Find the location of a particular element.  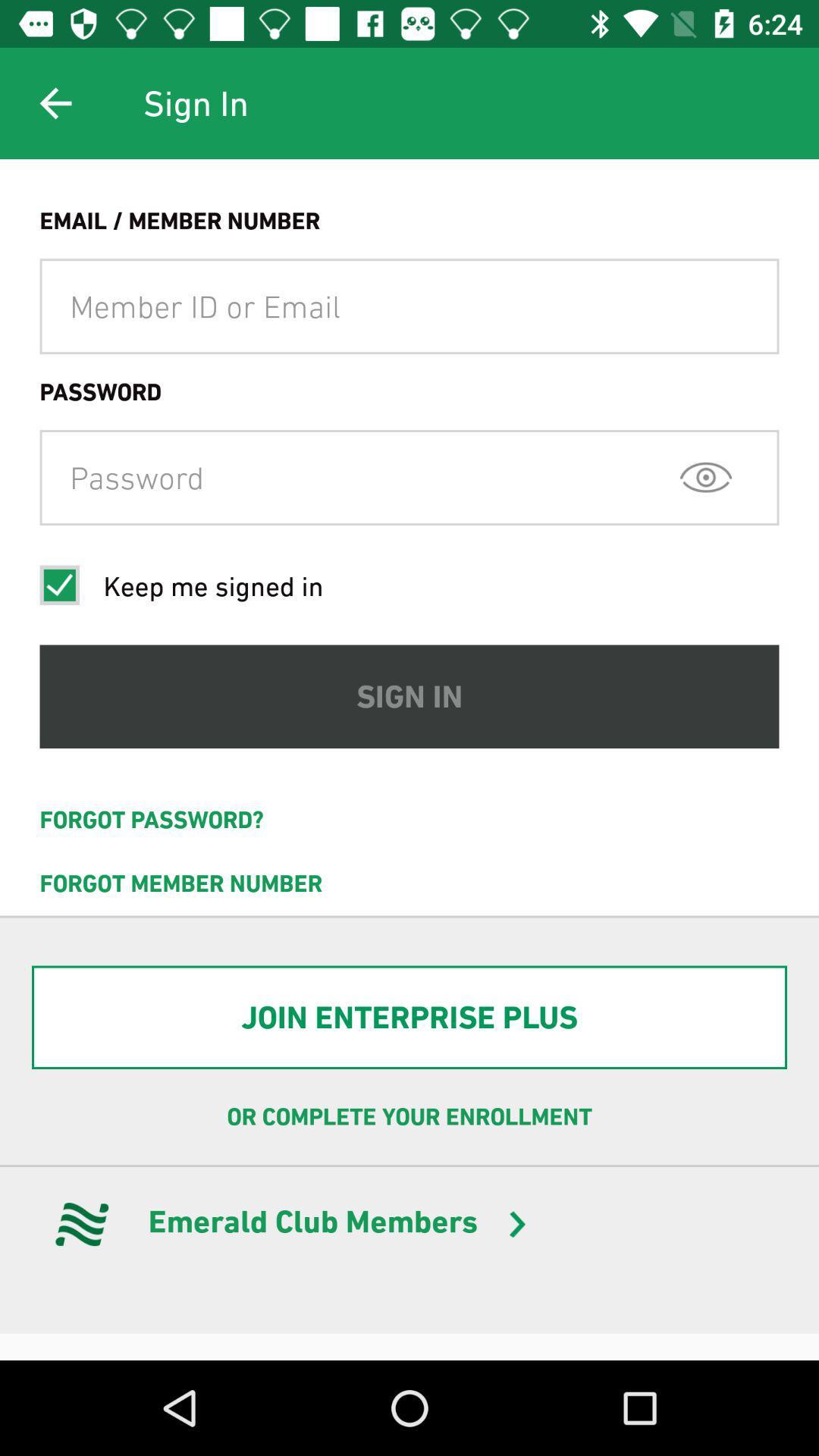

the item below the join enterprise plus item is located at coordinates (409, 1117).